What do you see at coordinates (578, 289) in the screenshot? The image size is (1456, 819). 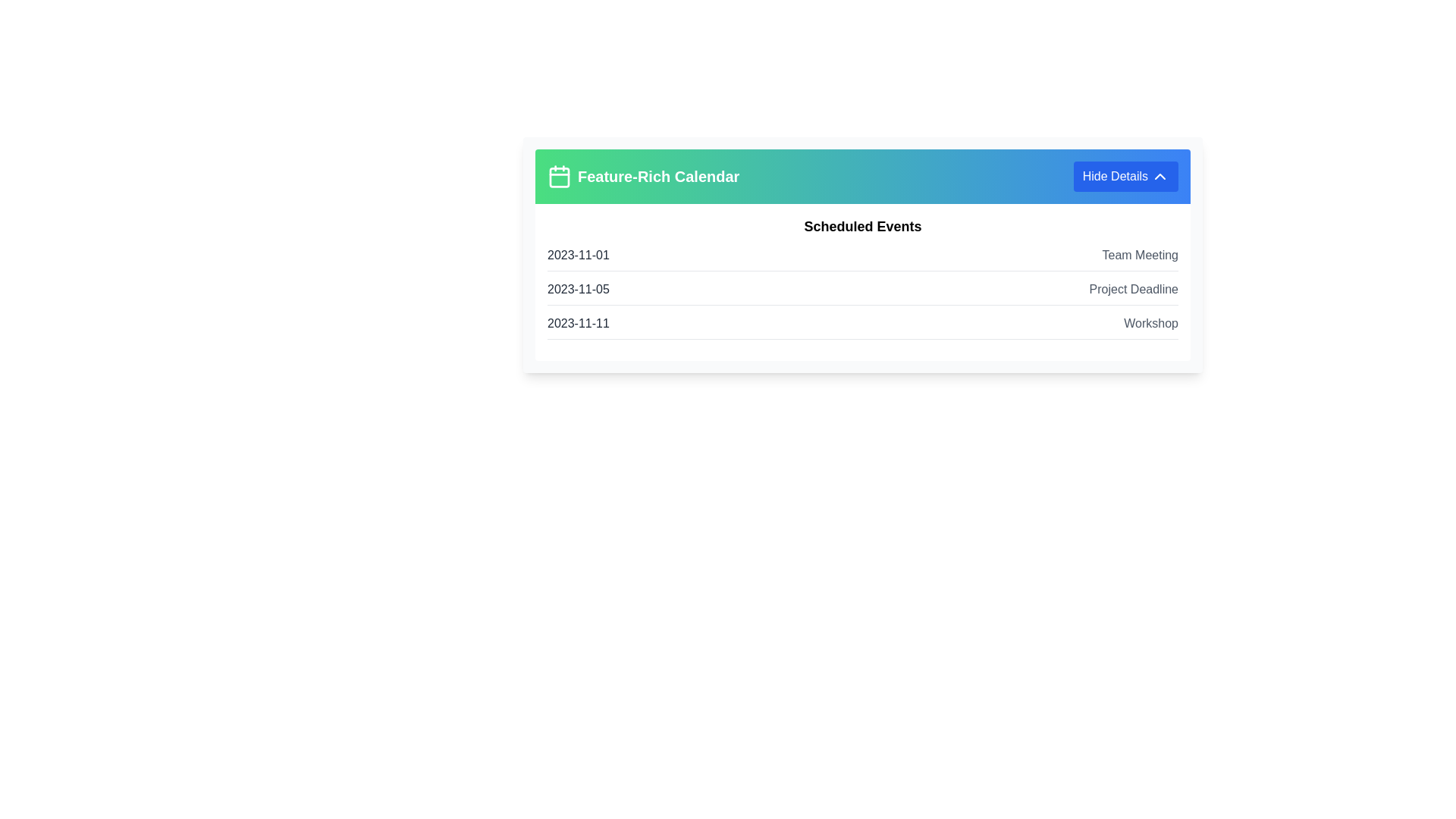 I see `the text label displaying the date '2023-11-05', which is the second date in the list of scheduled events under the 'Scheduled Events' heading` at bounding box center [578, 289].